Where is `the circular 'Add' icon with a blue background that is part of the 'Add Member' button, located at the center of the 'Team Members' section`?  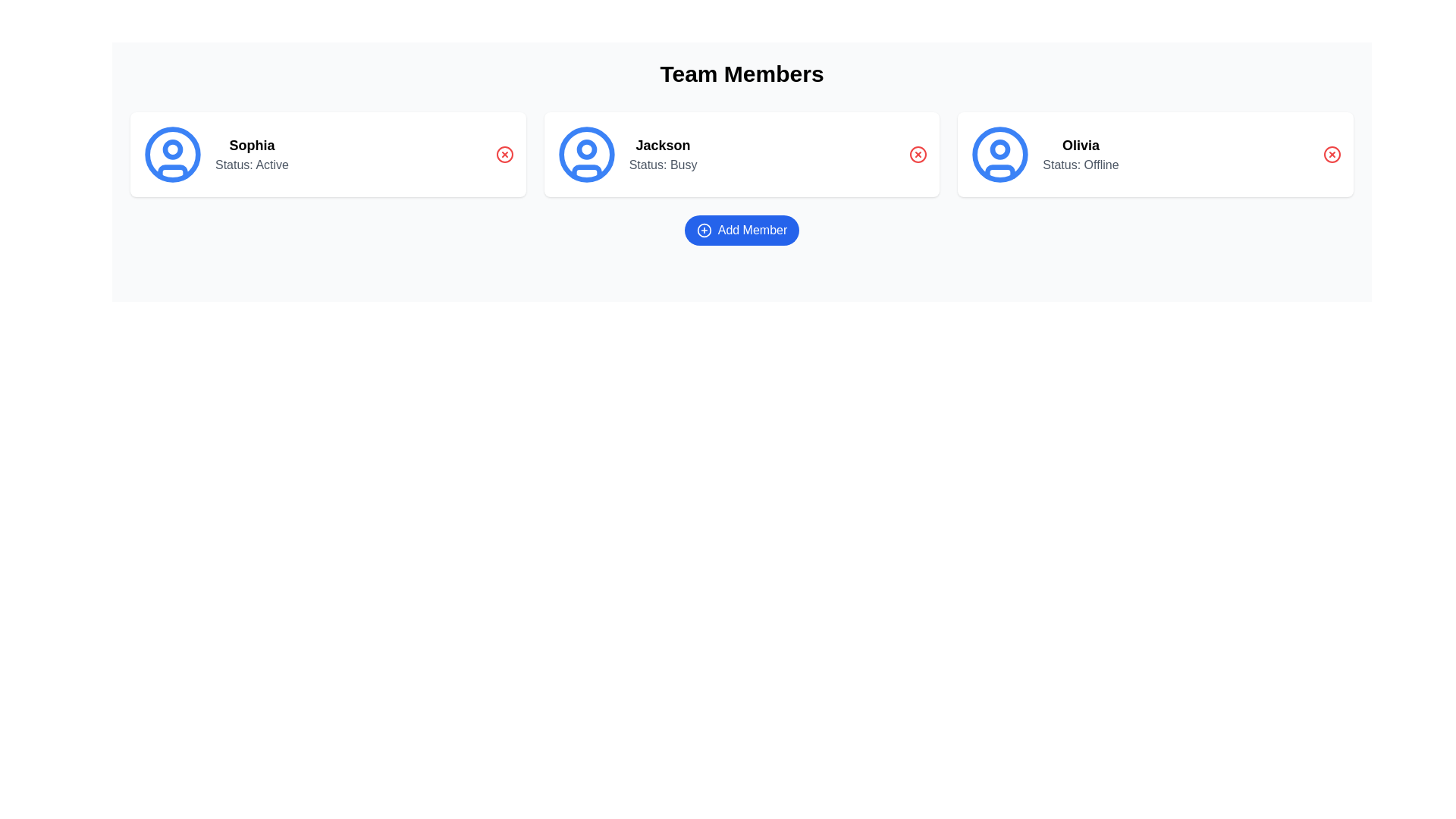 the circular 'Add' icon with a blue background that is part of the 'Add Member' button, located at the center of the 'Team Members' section is located at coordinates (703, 231).